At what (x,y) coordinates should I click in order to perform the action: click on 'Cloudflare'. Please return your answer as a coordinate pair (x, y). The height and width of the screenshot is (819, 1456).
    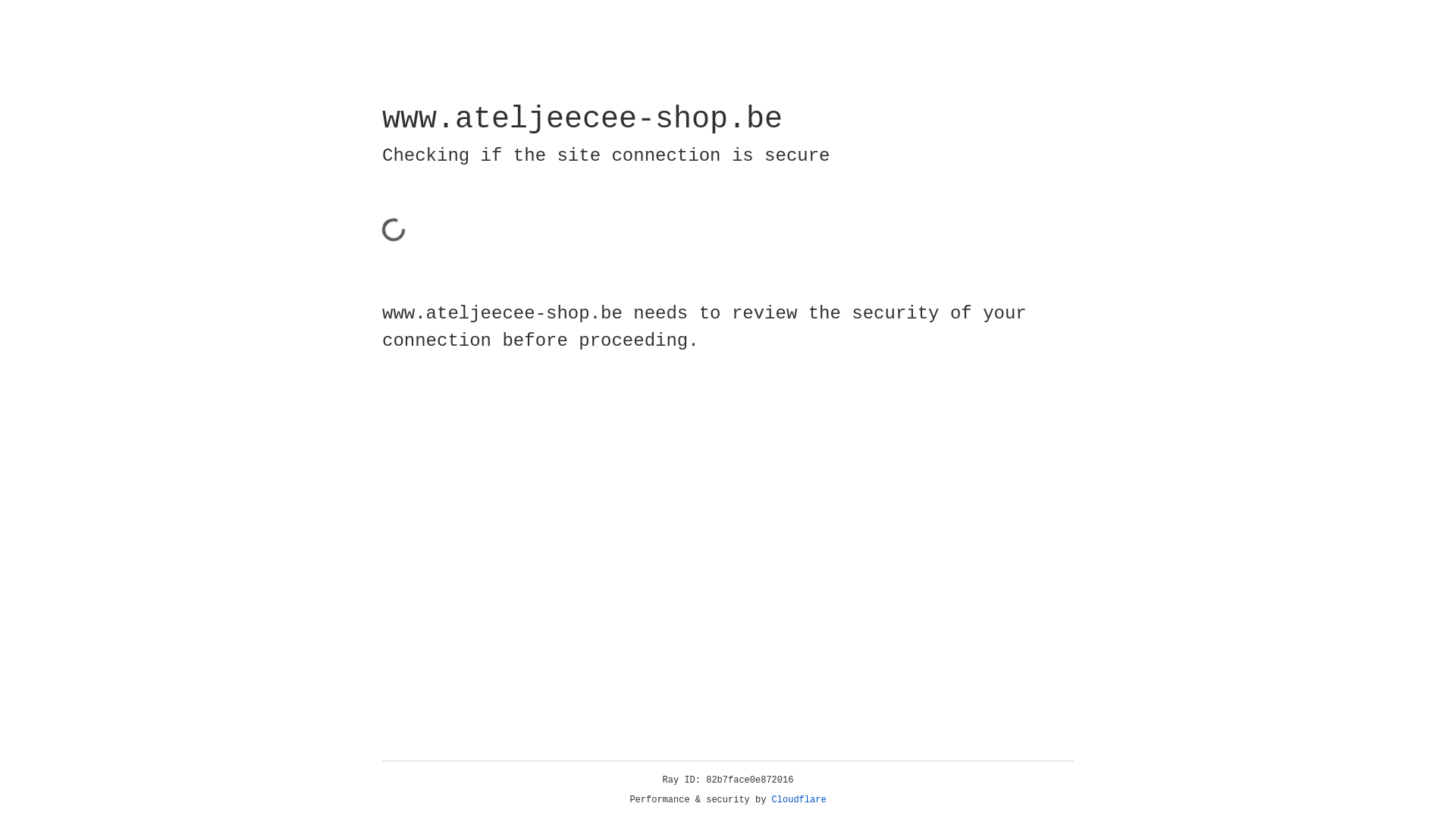
    Looking at the image, I should click on (799, 799).